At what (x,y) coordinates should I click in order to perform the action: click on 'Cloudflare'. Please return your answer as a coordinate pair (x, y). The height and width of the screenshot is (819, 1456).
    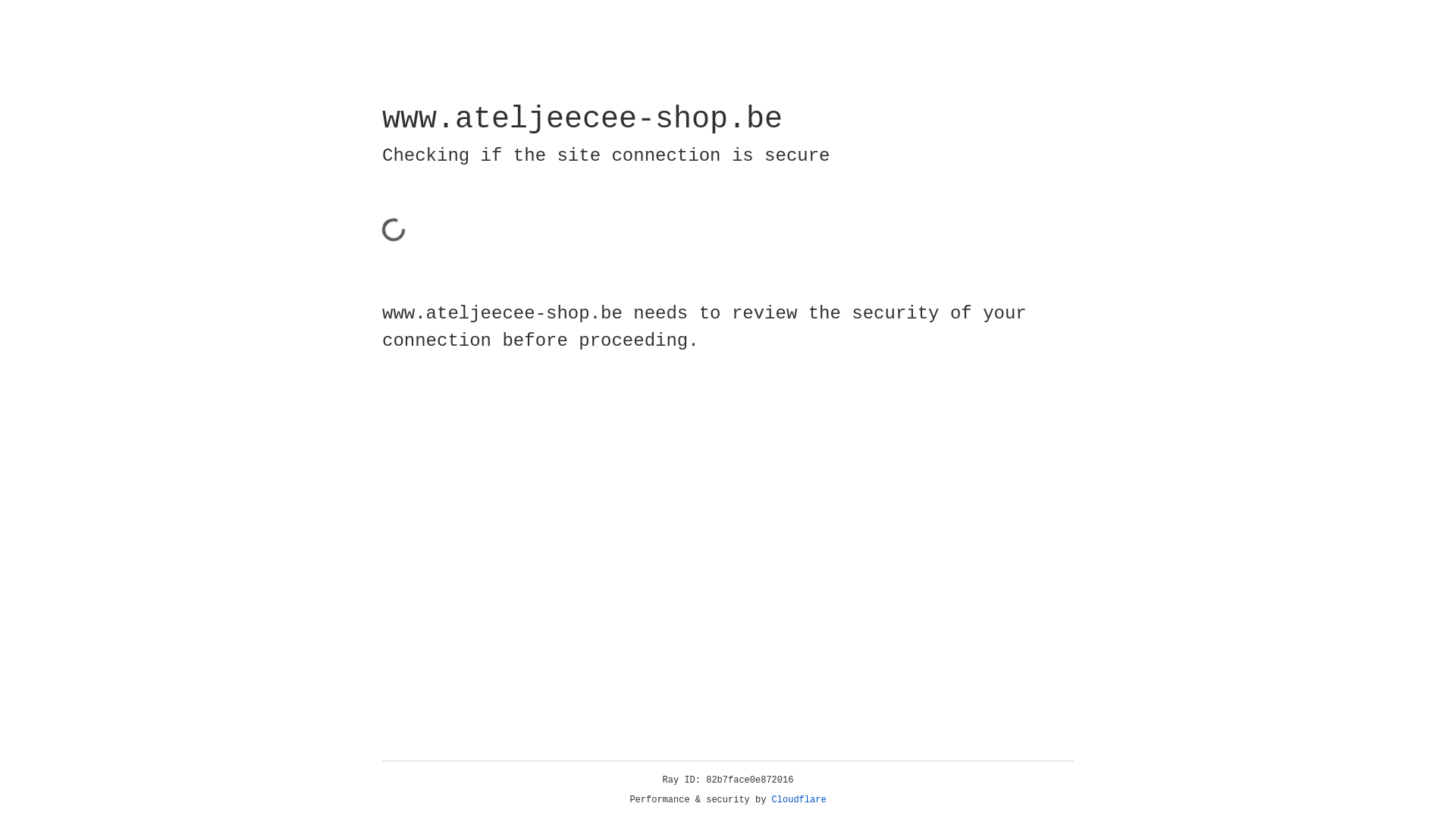
    Looking at the image, I should click on (799, 799).